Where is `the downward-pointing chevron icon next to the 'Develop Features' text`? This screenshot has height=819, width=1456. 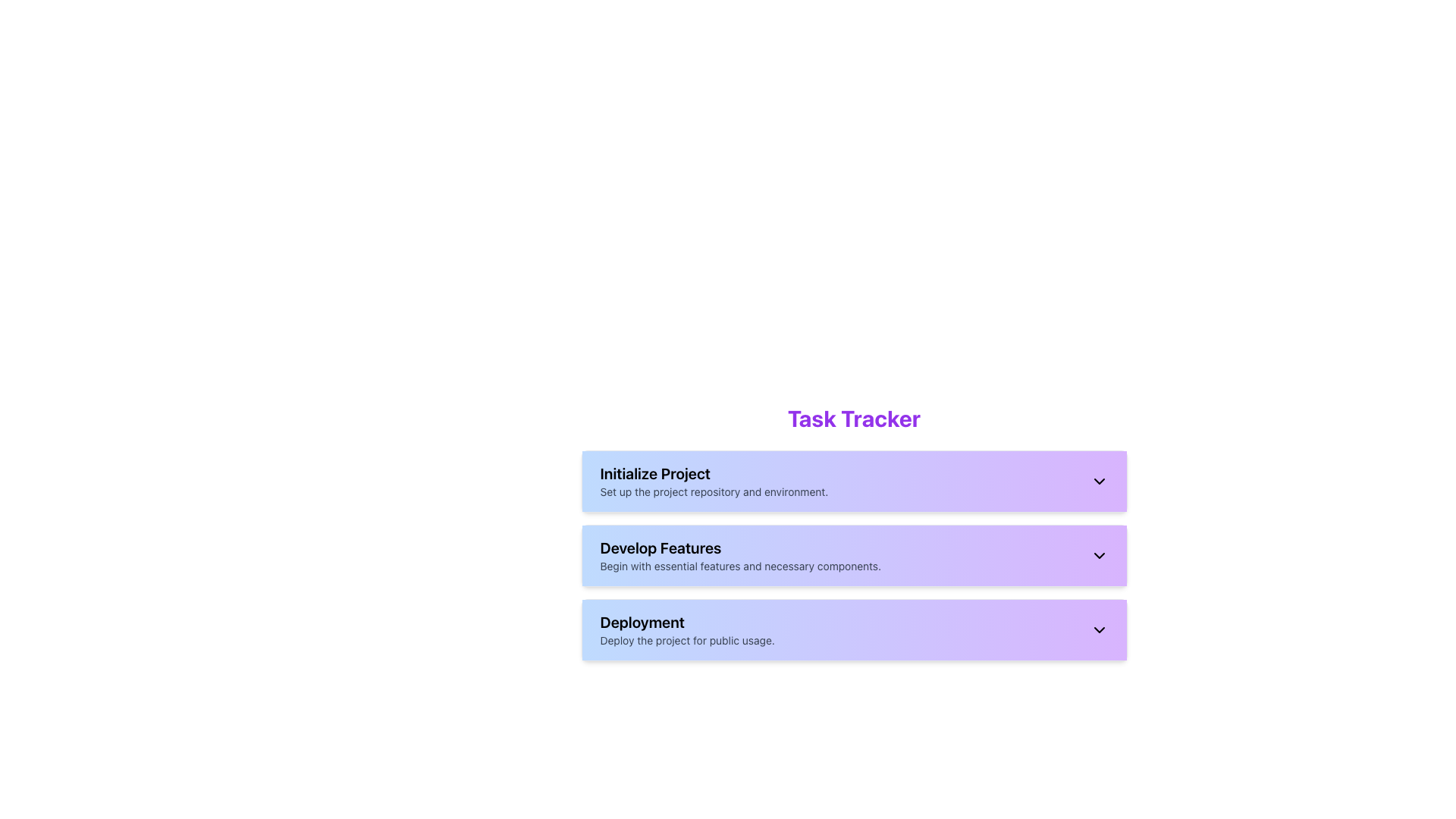
the downward-pointing chevron icon next to the 'Develop Features' text is located at coordinates (1099, 555).